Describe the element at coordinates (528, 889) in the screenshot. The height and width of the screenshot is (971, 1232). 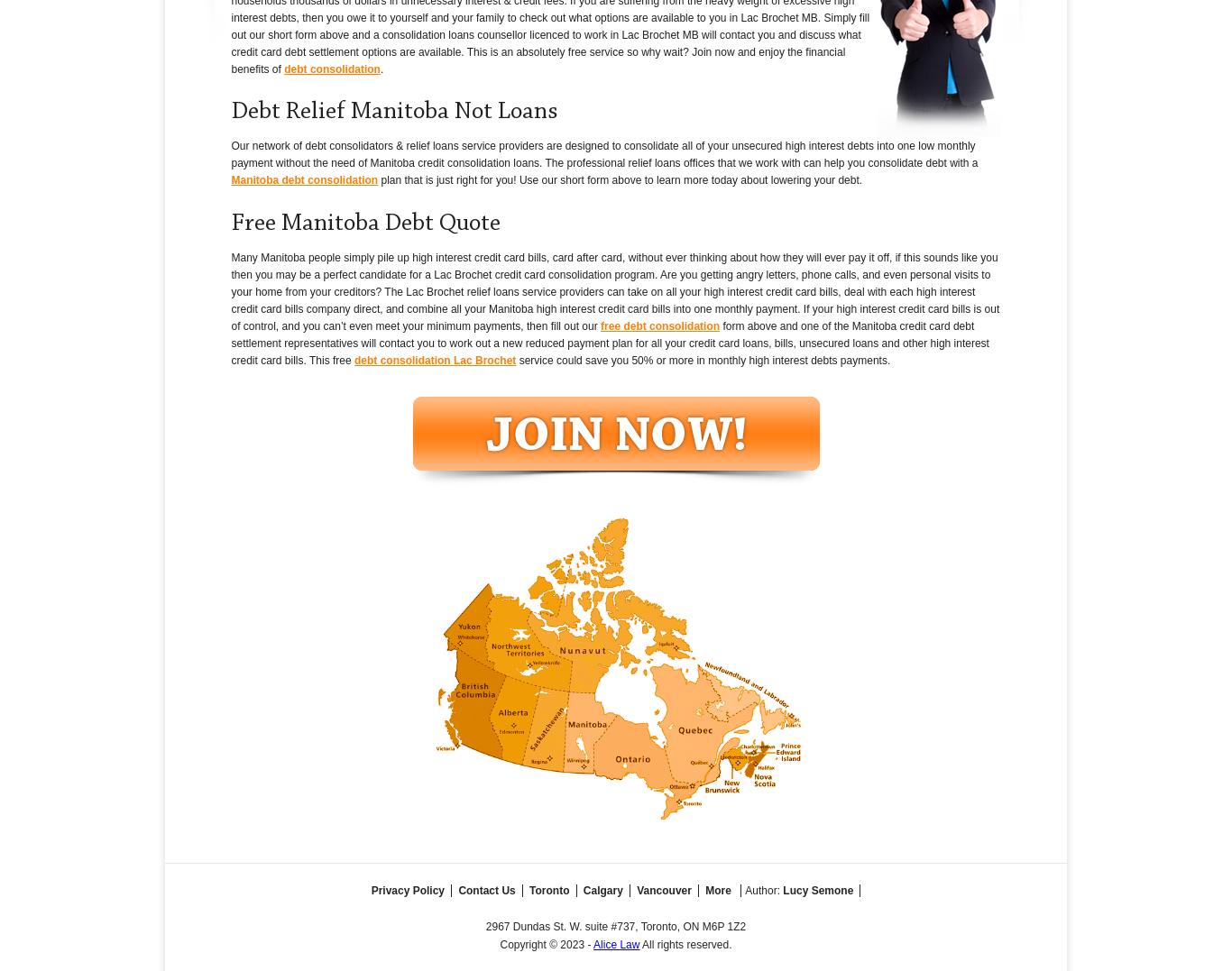
I see `'Toronto'` at that location.